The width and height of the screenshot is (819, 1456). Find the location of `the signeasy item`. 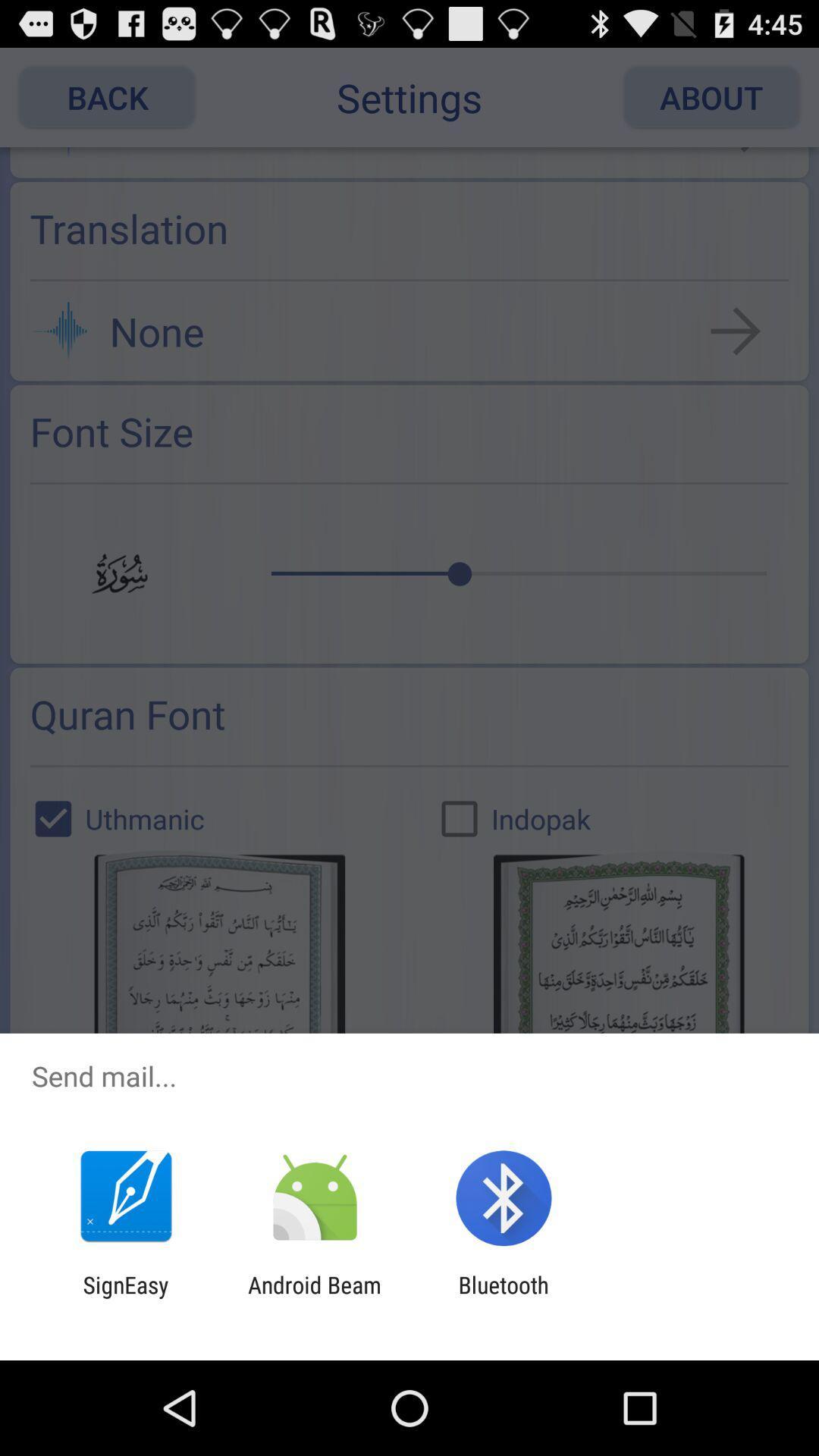

the signeasy item is located at coordinates (125, 1298).